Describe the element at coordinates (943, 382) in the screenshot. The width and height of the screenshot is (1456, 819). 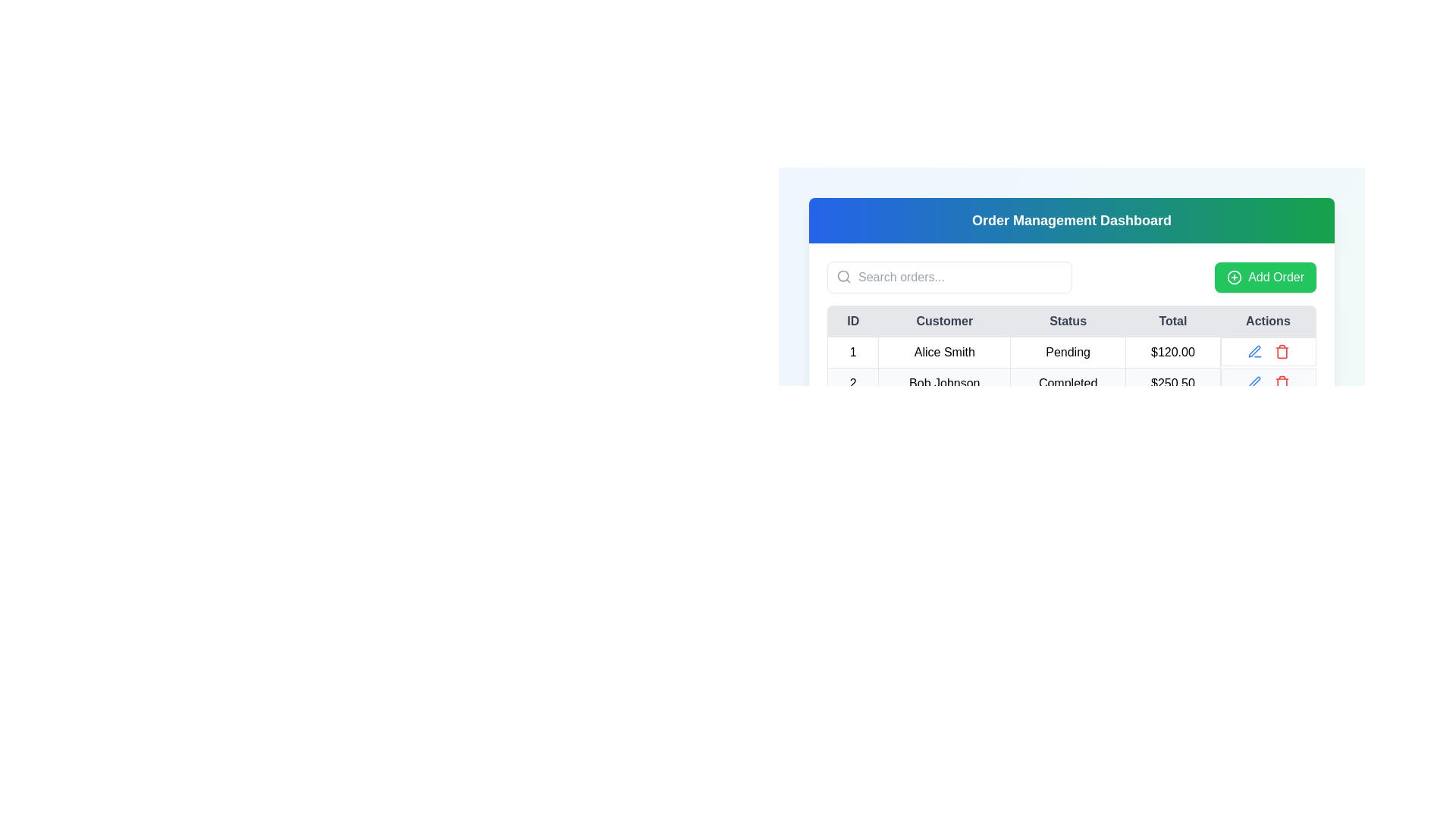
I see `the label that identifies the customer's name 'Alice Smith' in the second row of the table under the 'Customer' column` at that location.